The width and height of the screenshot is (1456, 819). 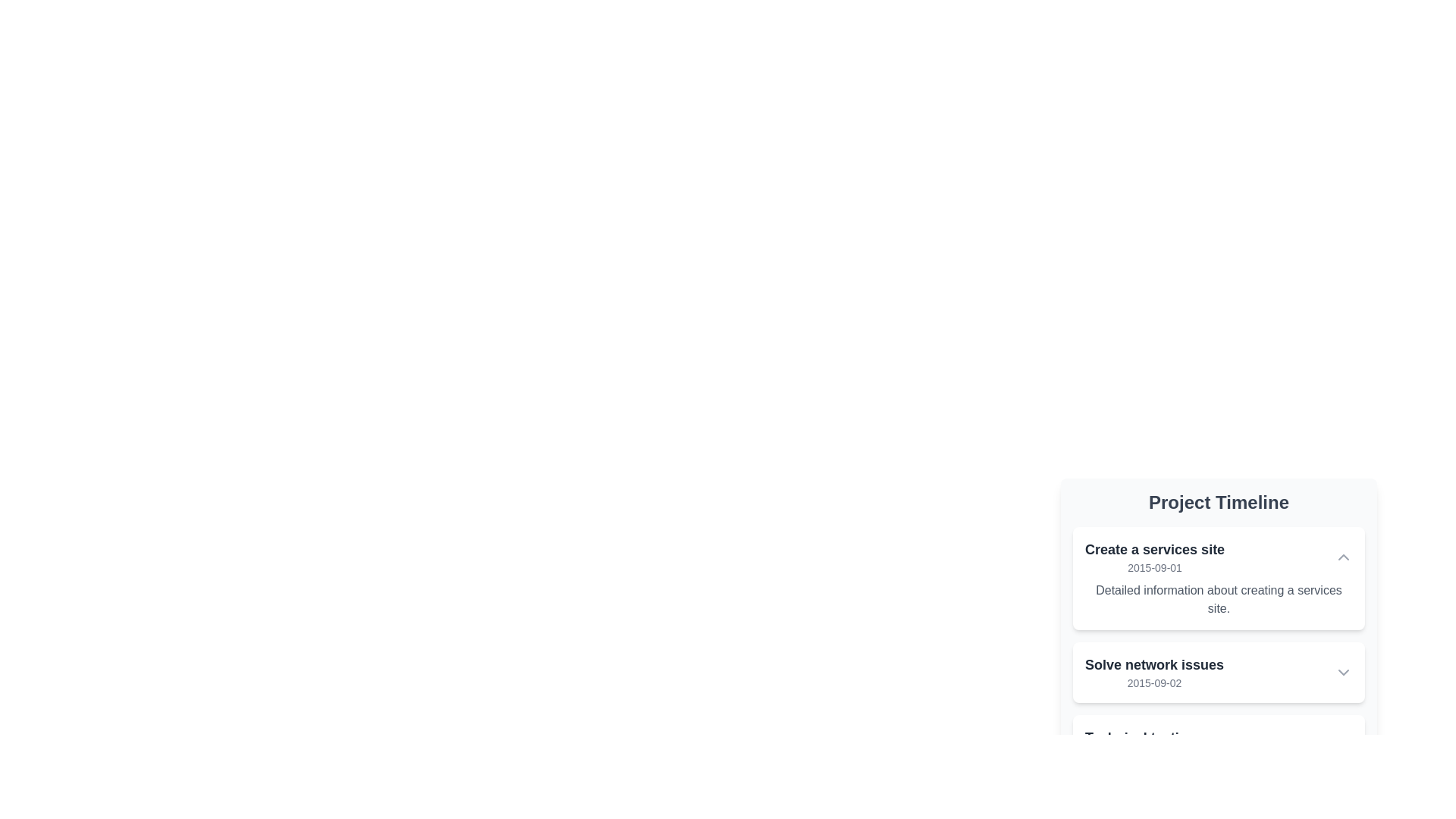 What do you see at coordinates (1219, 557) in the screenshot?
I see `the title of the Collapsible List Header` at bounding box center [1219, 557].